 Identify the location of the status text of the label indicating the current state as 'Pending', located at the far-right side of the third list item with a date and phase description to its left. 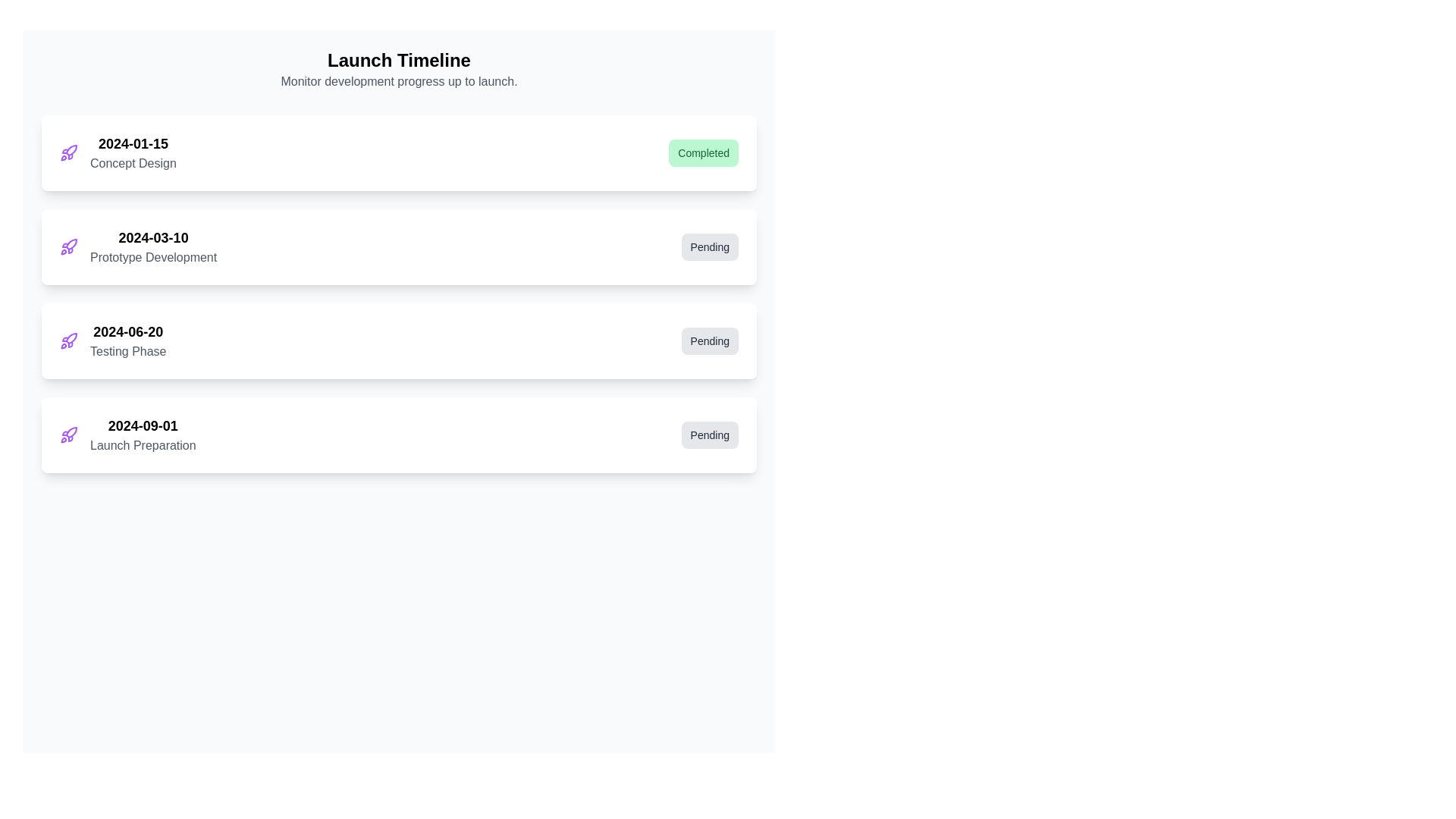
(709, 341).